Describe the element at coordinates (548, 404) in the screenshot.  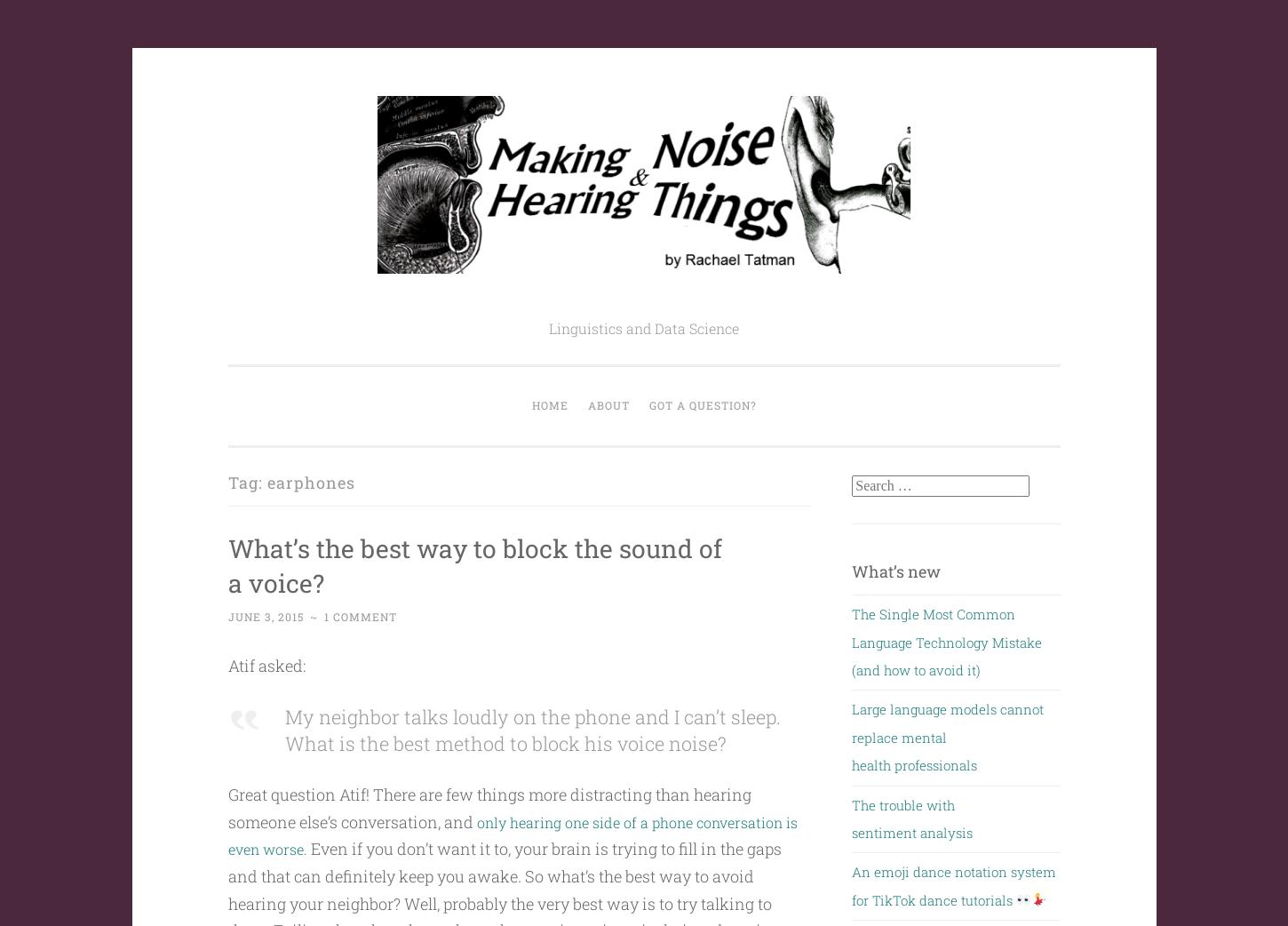
I see `'Home'` at that location.